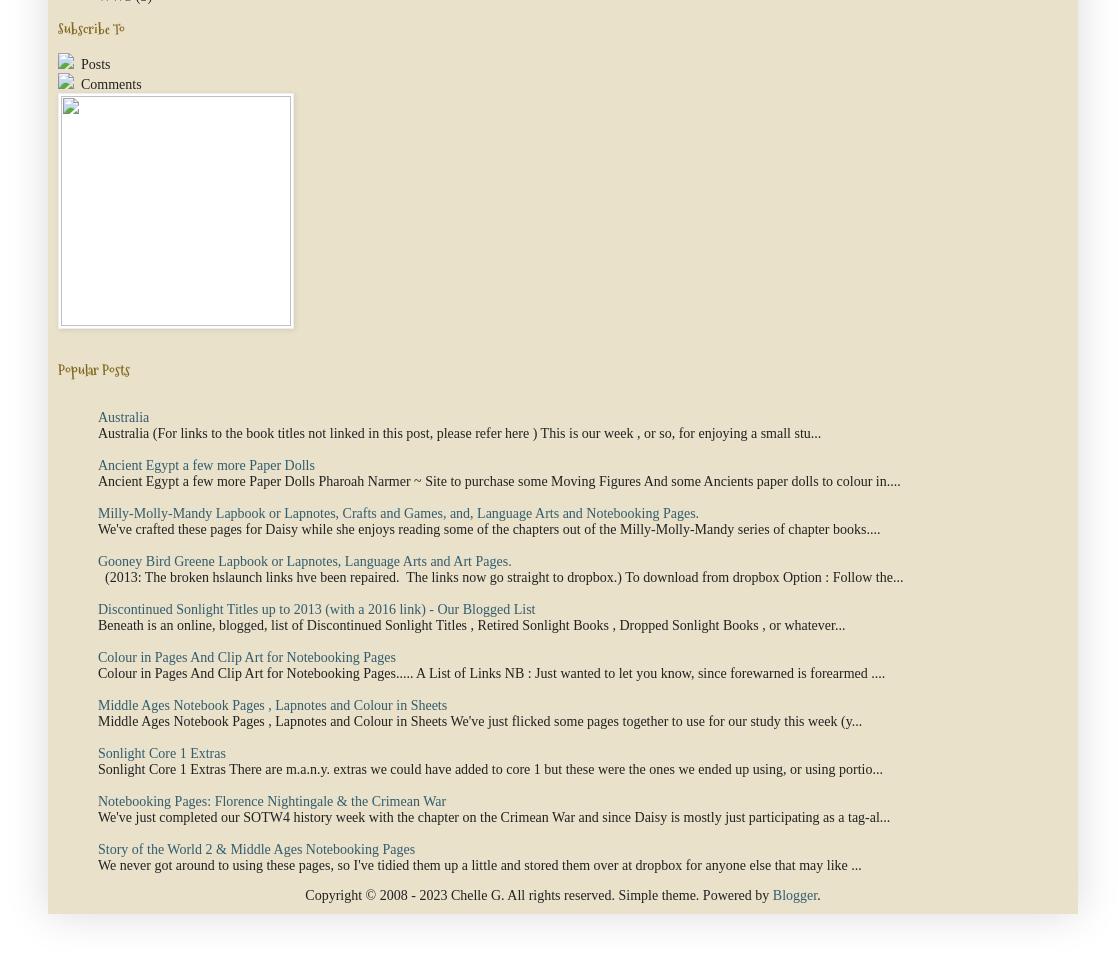 This screenshot has height=961, width=1118. What do you see at coordinates (537, 894) in the screenshot?
I see `'Copyright © 2008 - 2023 Chelle G.  All rights reserved. Simple theme. Powered by'` at bounding box center [537, 894].